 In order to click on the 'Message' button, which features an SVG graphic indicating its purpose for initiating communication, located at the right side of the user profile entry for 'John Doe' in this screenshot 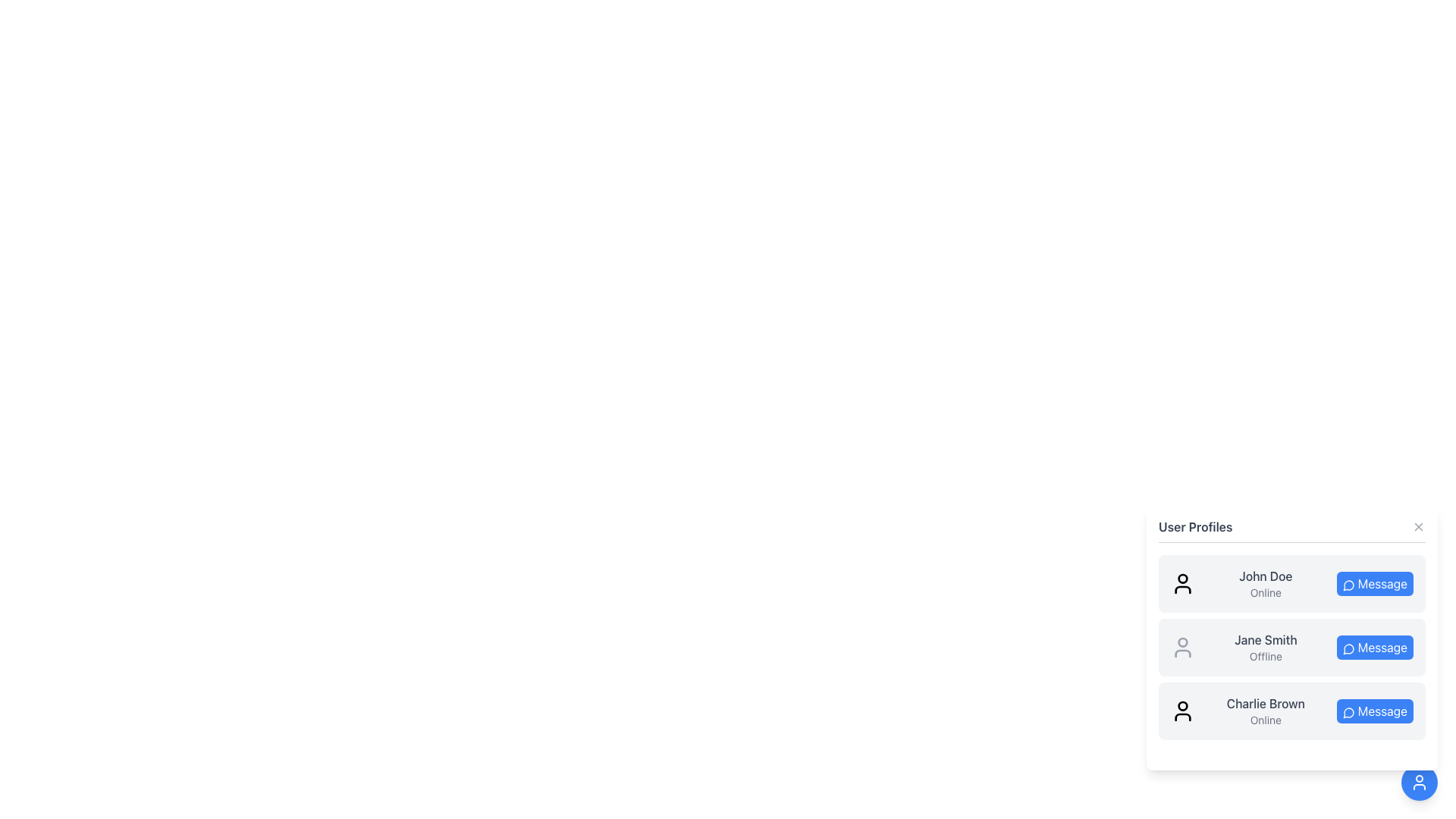, I will do `click(1348, 584)`.